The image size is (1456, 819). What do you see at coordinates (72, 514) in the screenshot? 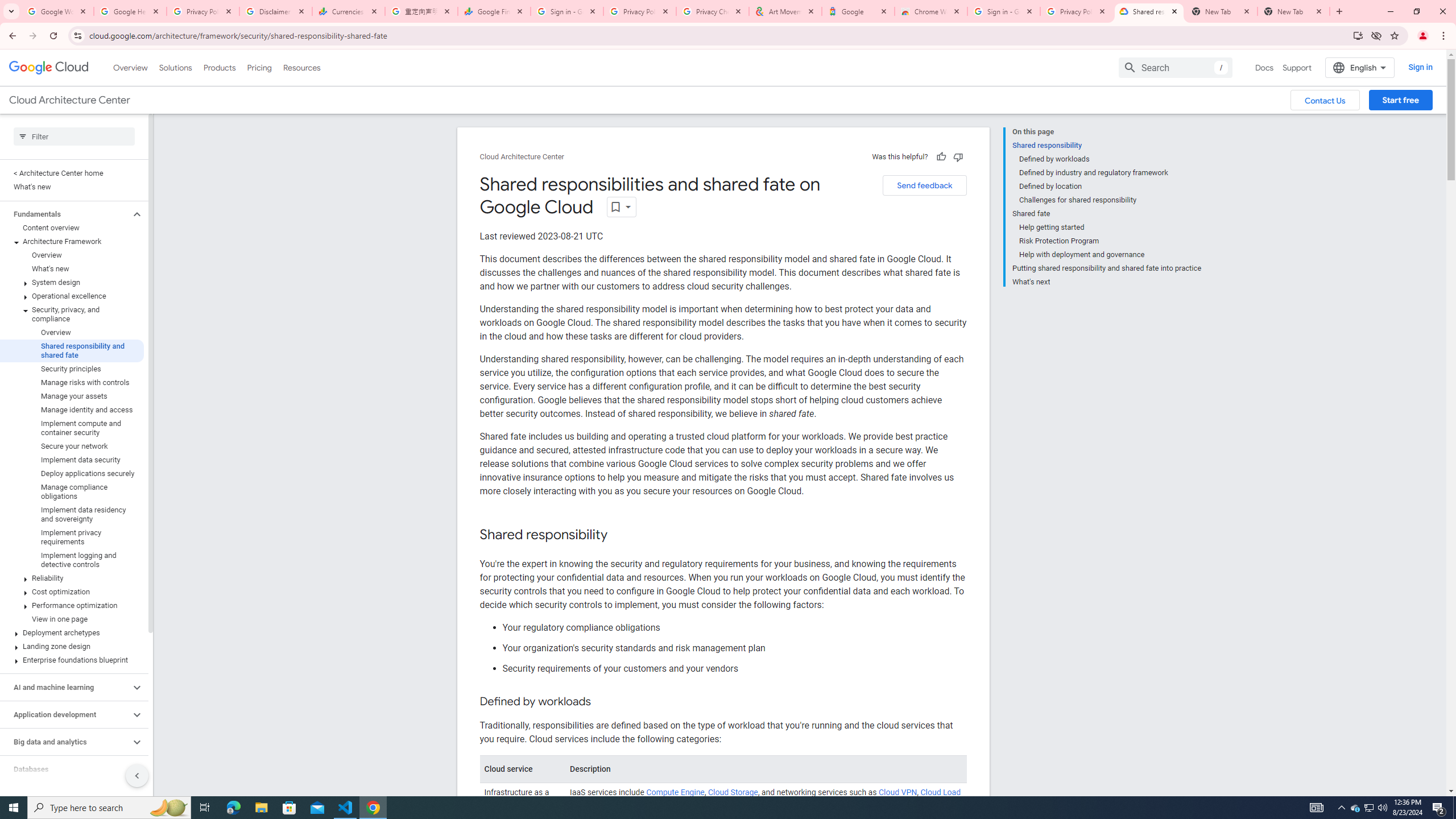
I see `'Implement data residency and sovereignty'` at bounding box center [72, 514].